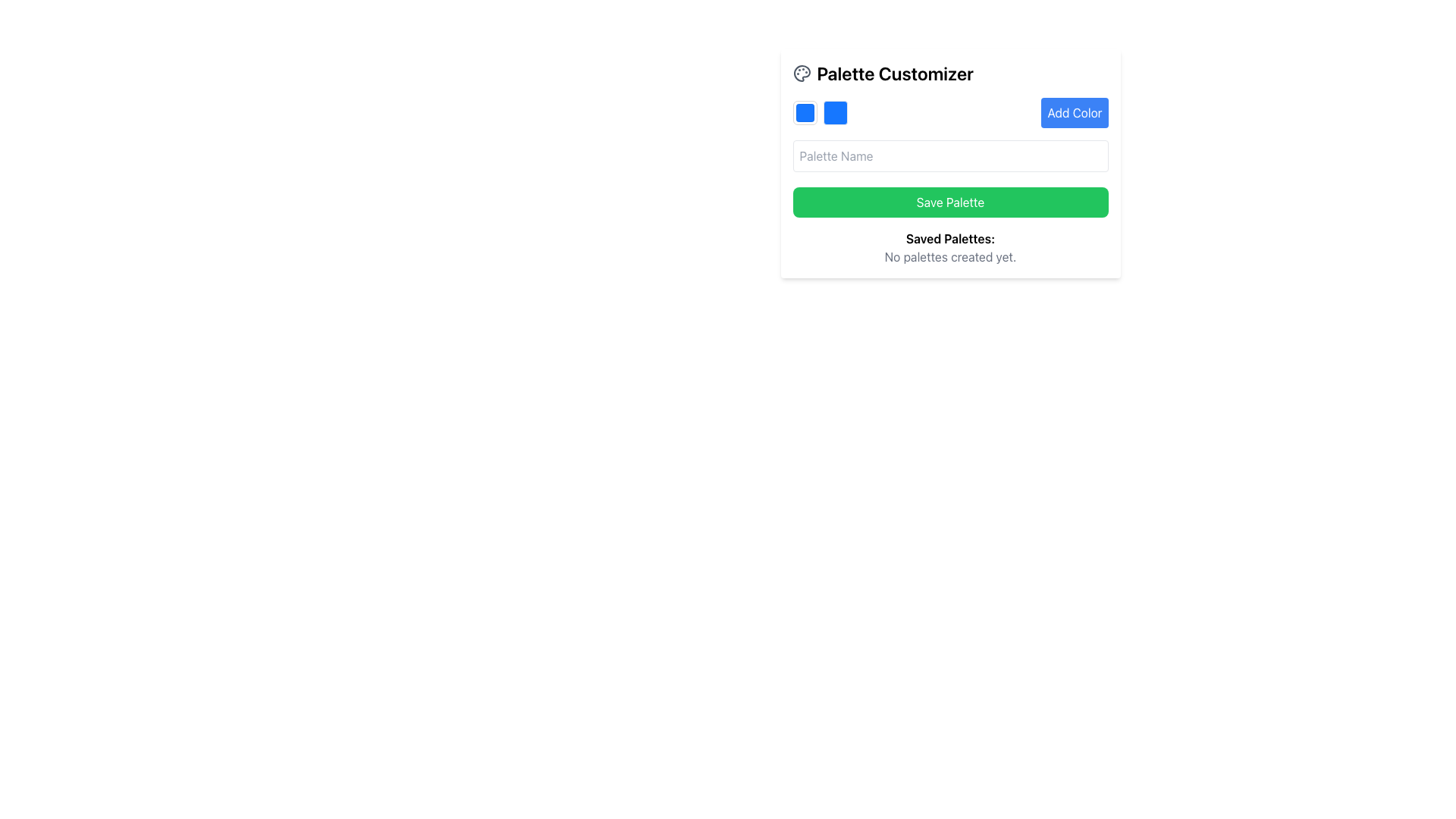 Image resolution: width=1456 pixels, height=819 pixels. I want to click on text content of the 'Saved Palettes' section header label, which indicates that no palettes have been created yet, so click(949, 239).